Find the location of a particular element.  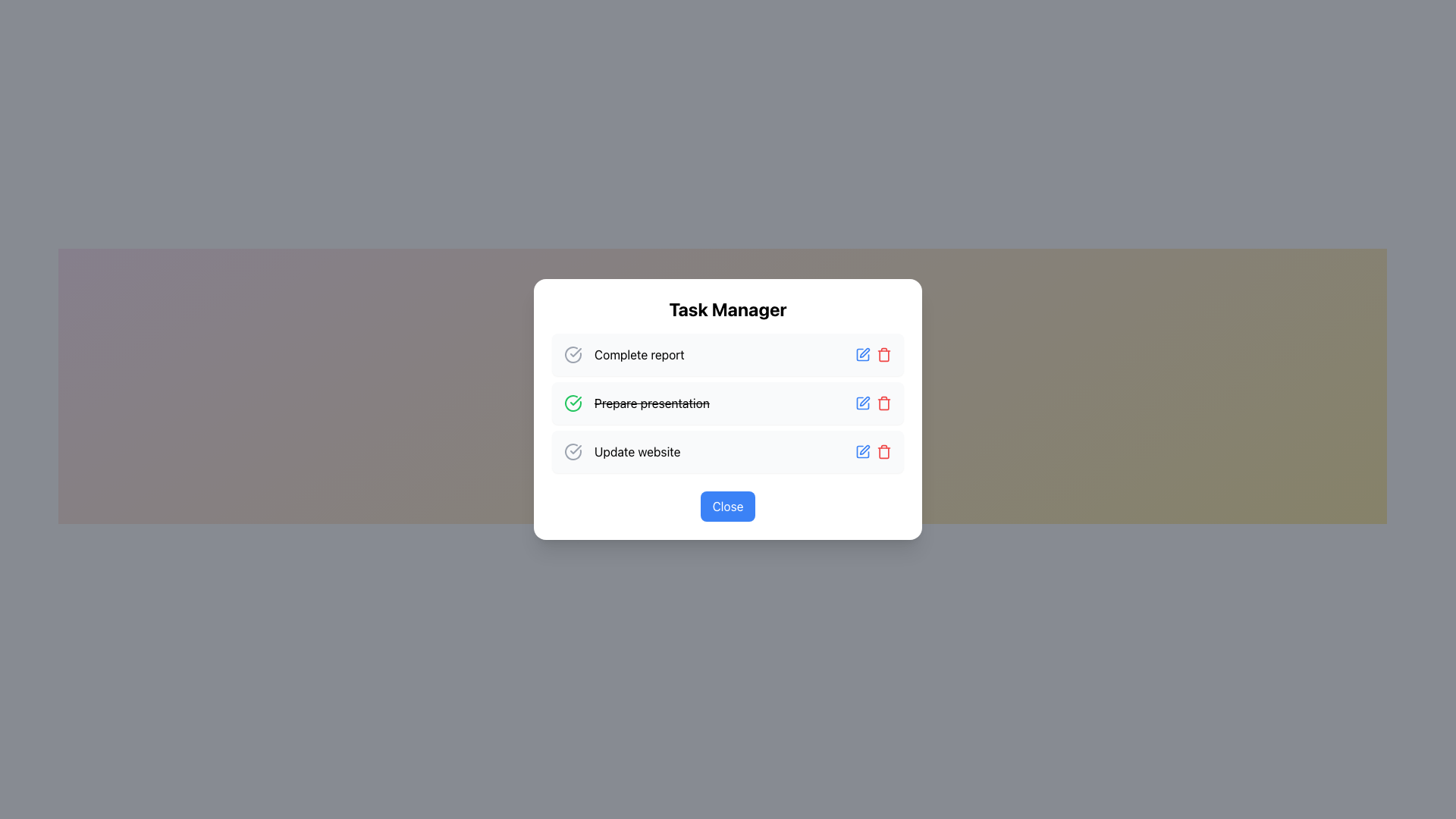

the Text Label with Icon located in the third row under the 'Task Manager' heading inside a modal, which follows the 'Prepare presentation' element is located at coordinates (622, 451).